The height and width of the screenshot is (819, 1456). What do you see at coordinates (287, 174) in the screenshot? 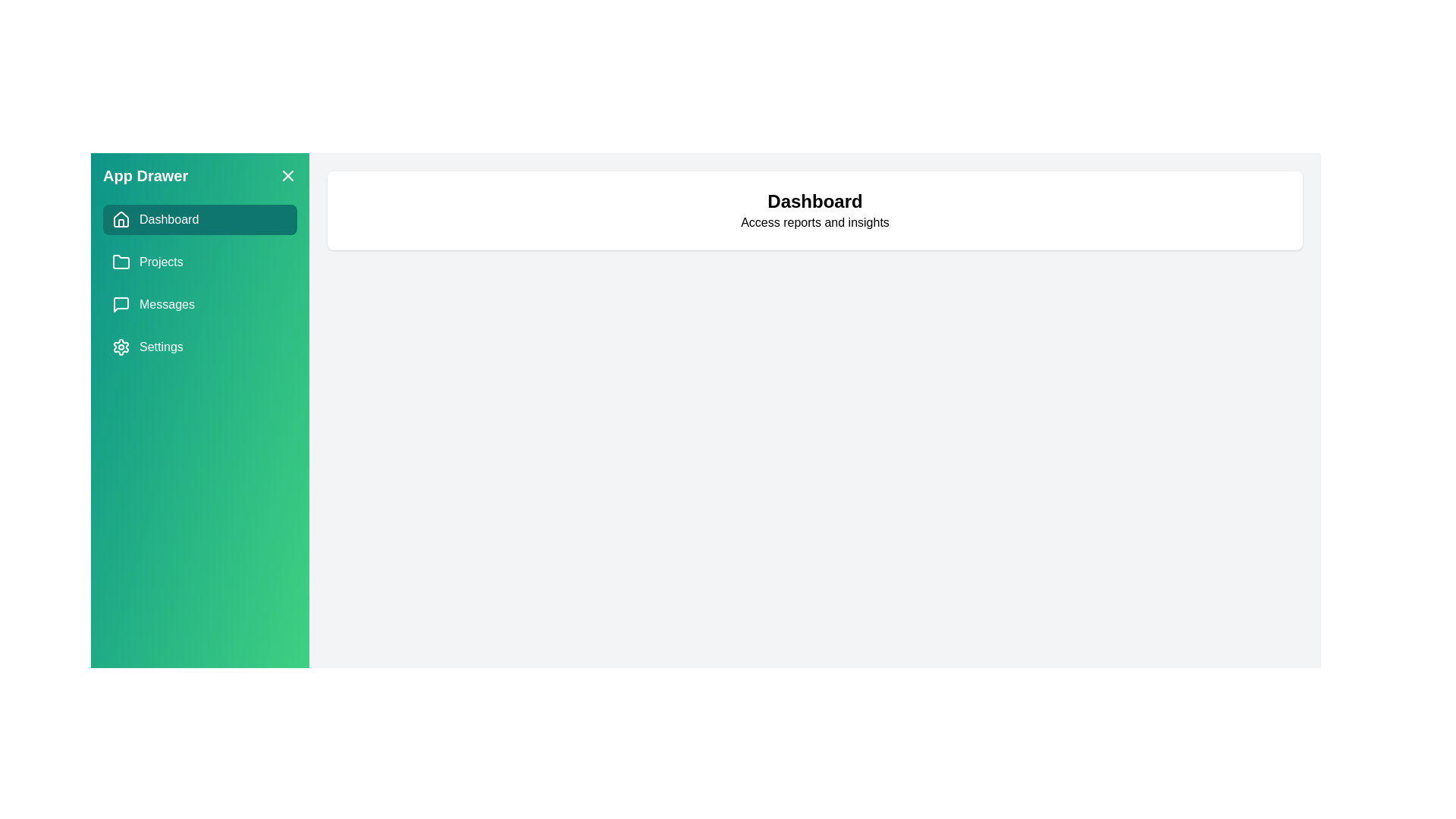
I see `the close button in the drawer to close it` at bounding box center [287, 174].